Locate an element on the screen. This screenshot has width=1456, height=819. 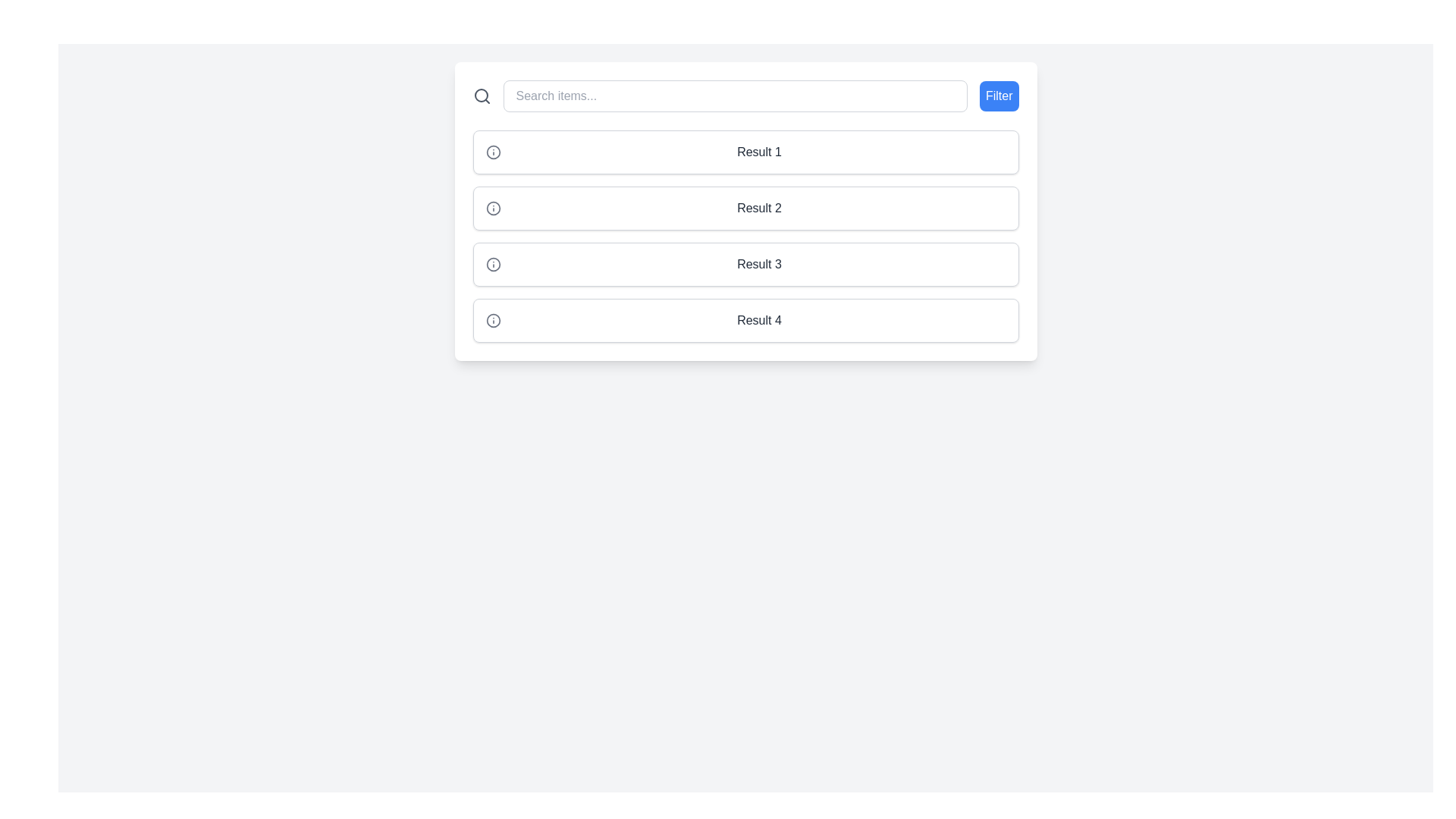
the fourth list item card in the vertically stacked list is located at coordinates (745, 320).